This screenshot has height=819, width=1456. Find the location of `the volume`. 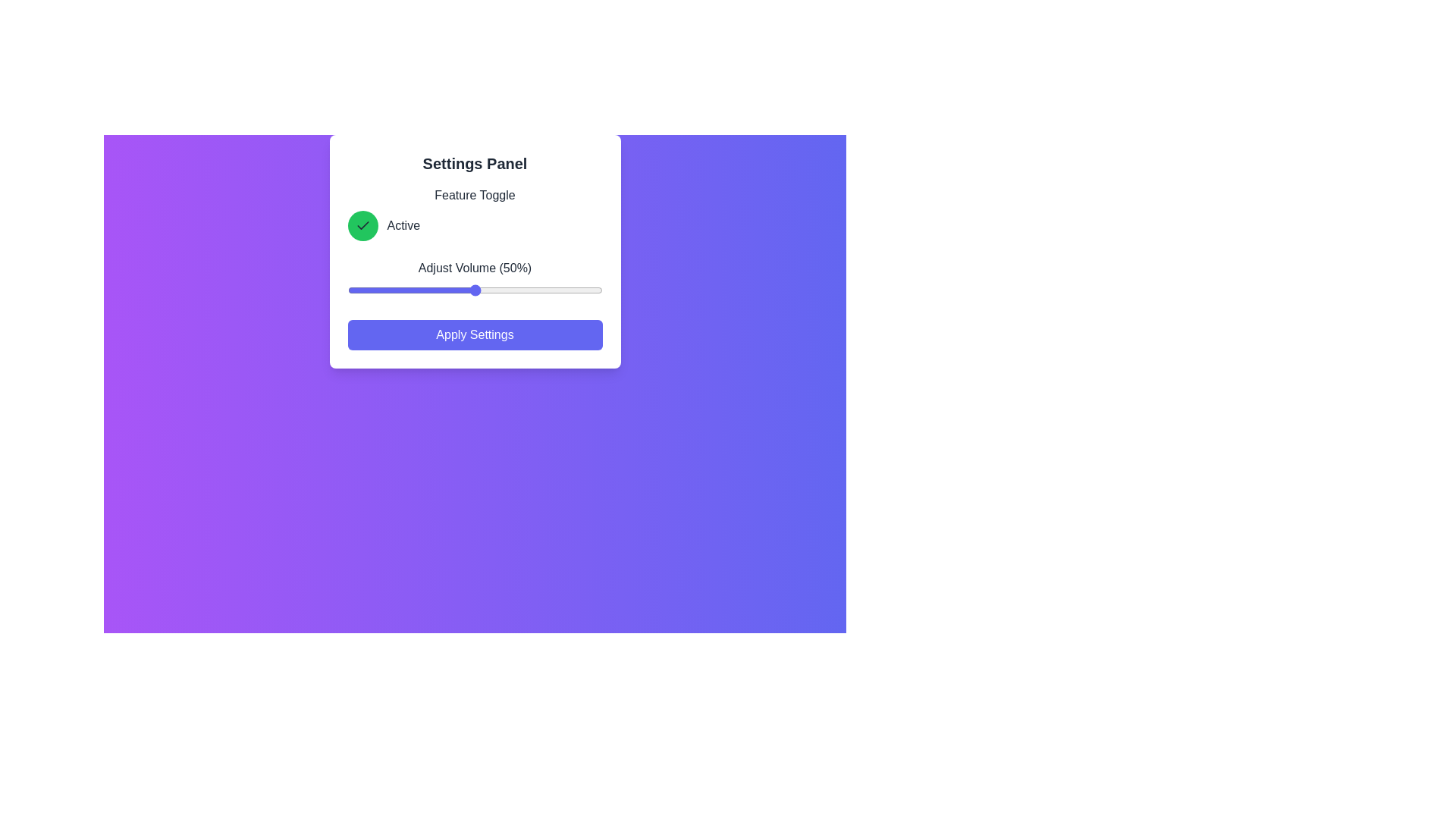

the volume is located at coordinates (520, 290).